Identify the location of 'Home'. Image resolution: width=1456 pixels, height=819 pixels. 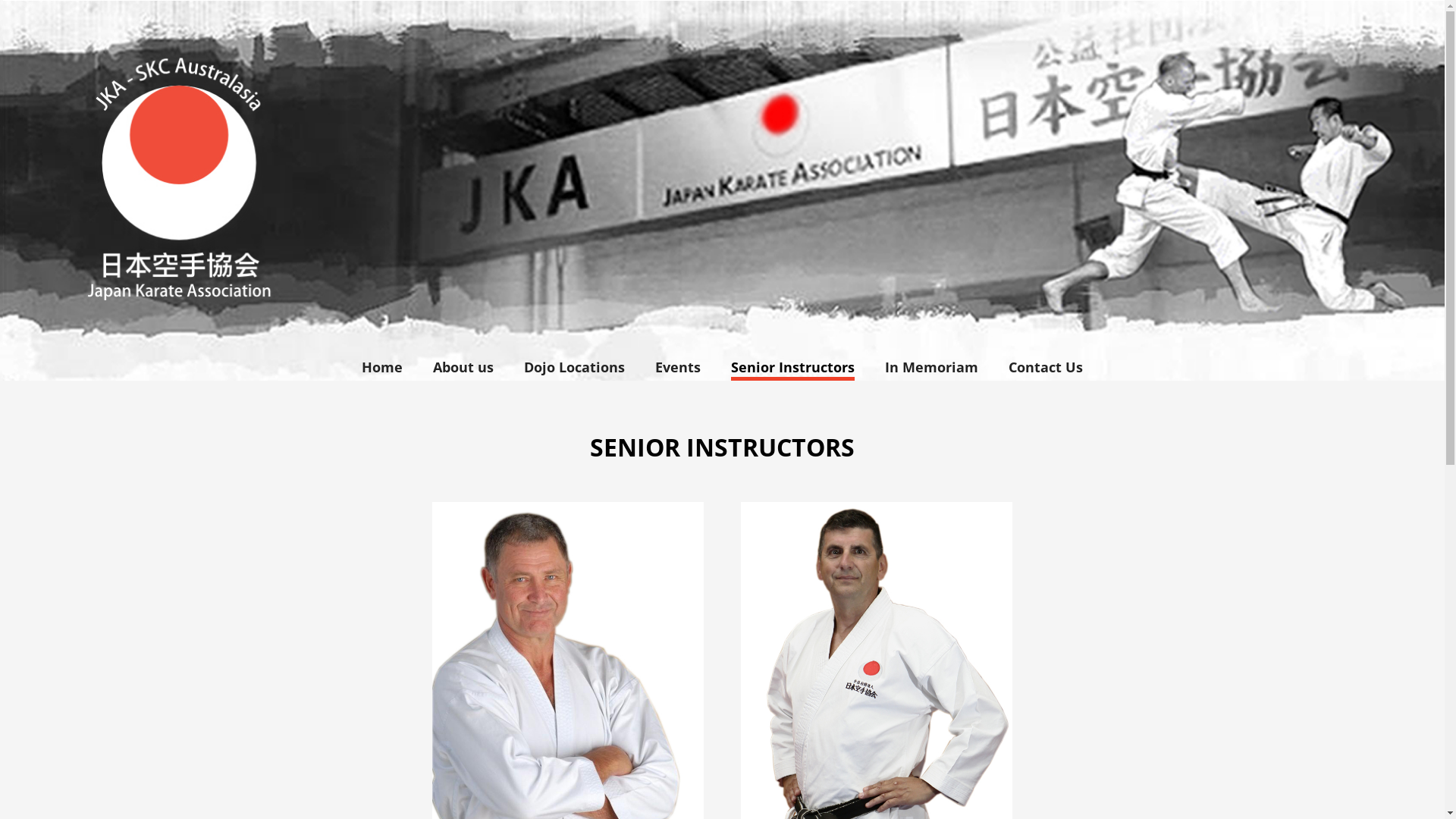
(382, 366).